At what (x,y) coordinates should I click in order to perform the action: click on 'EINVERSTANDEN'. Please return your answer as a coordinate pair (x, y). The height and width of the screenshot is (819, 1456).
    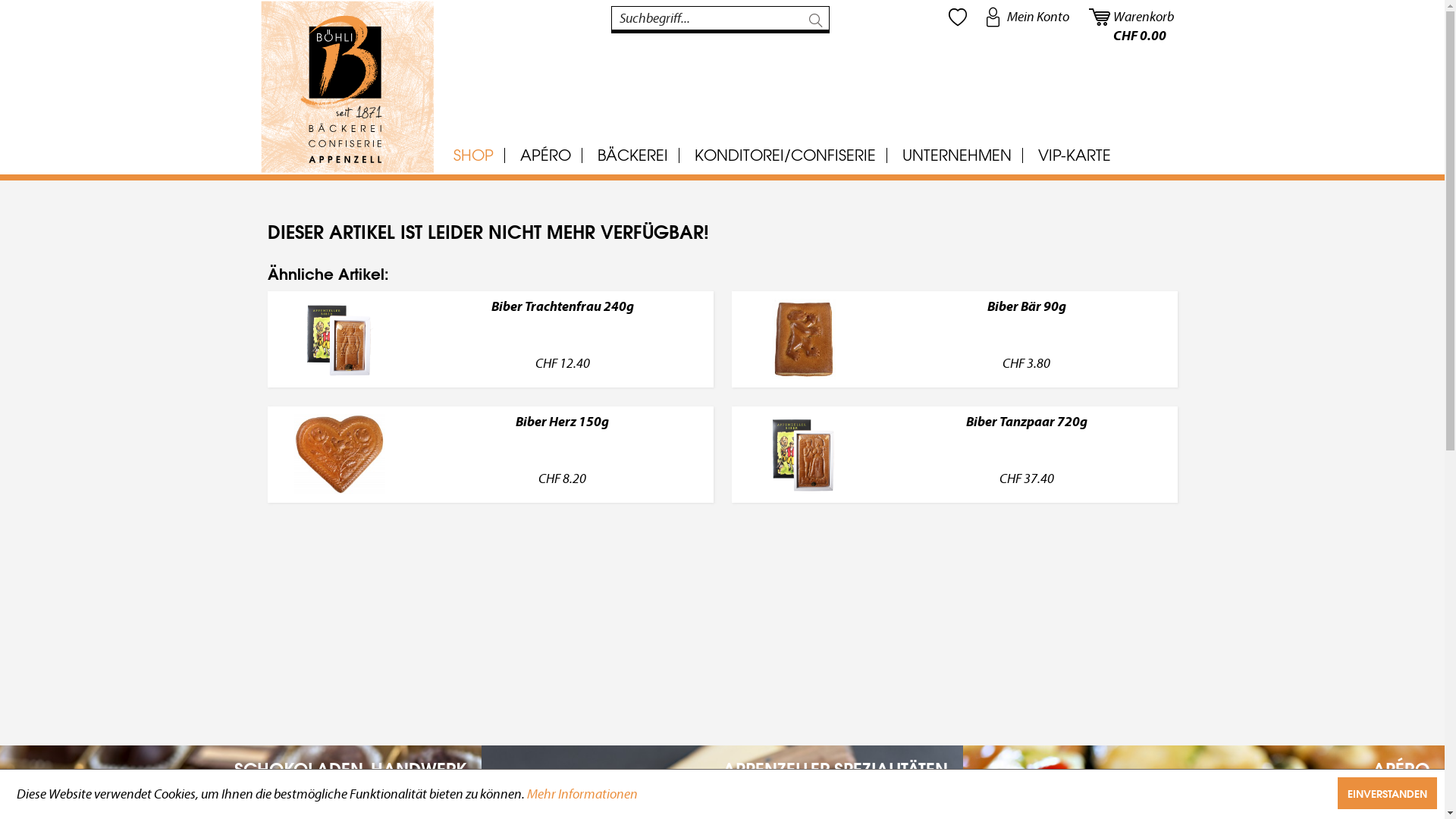
    Looking at the image, I should click on (1387, 792).